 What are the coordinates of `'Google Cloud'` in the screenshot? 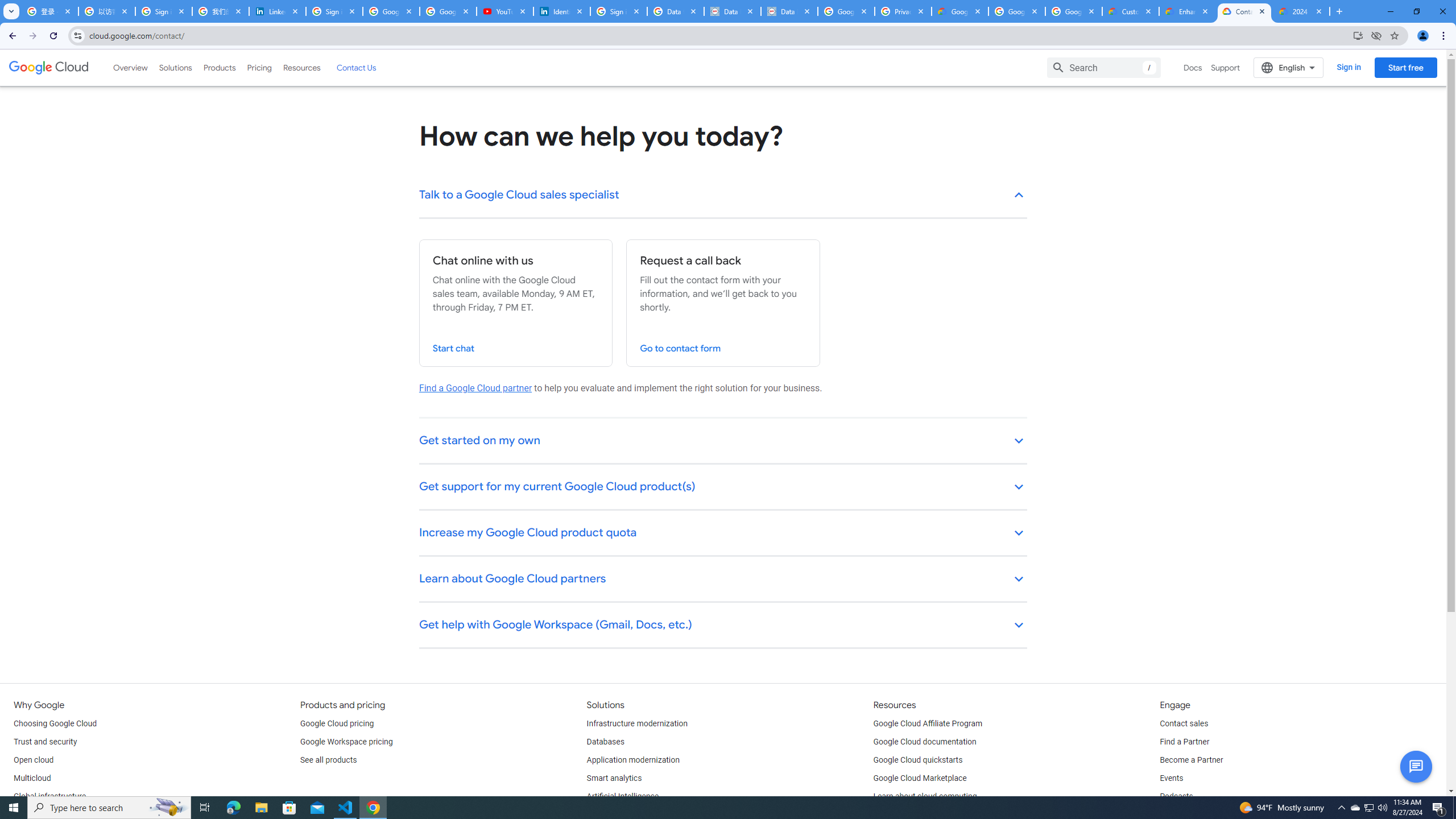 It's located at (48, 67).